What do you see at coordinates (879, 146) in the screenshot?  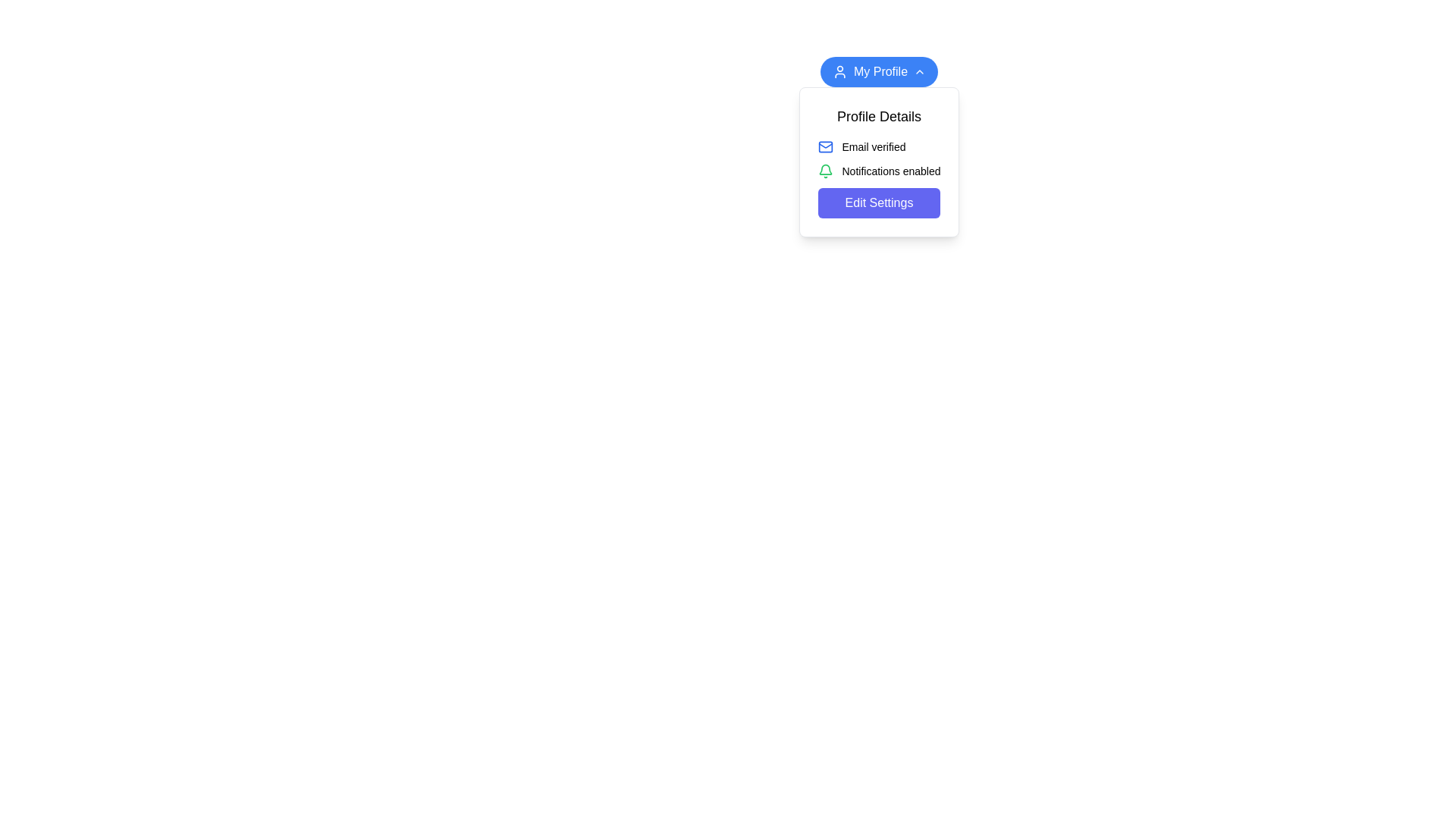 I see `the email verification indicator text element, which is positioned vertically above the 'Notifications enabled' item and below the 'Profile Details' header` at bounding box center [879, 146].